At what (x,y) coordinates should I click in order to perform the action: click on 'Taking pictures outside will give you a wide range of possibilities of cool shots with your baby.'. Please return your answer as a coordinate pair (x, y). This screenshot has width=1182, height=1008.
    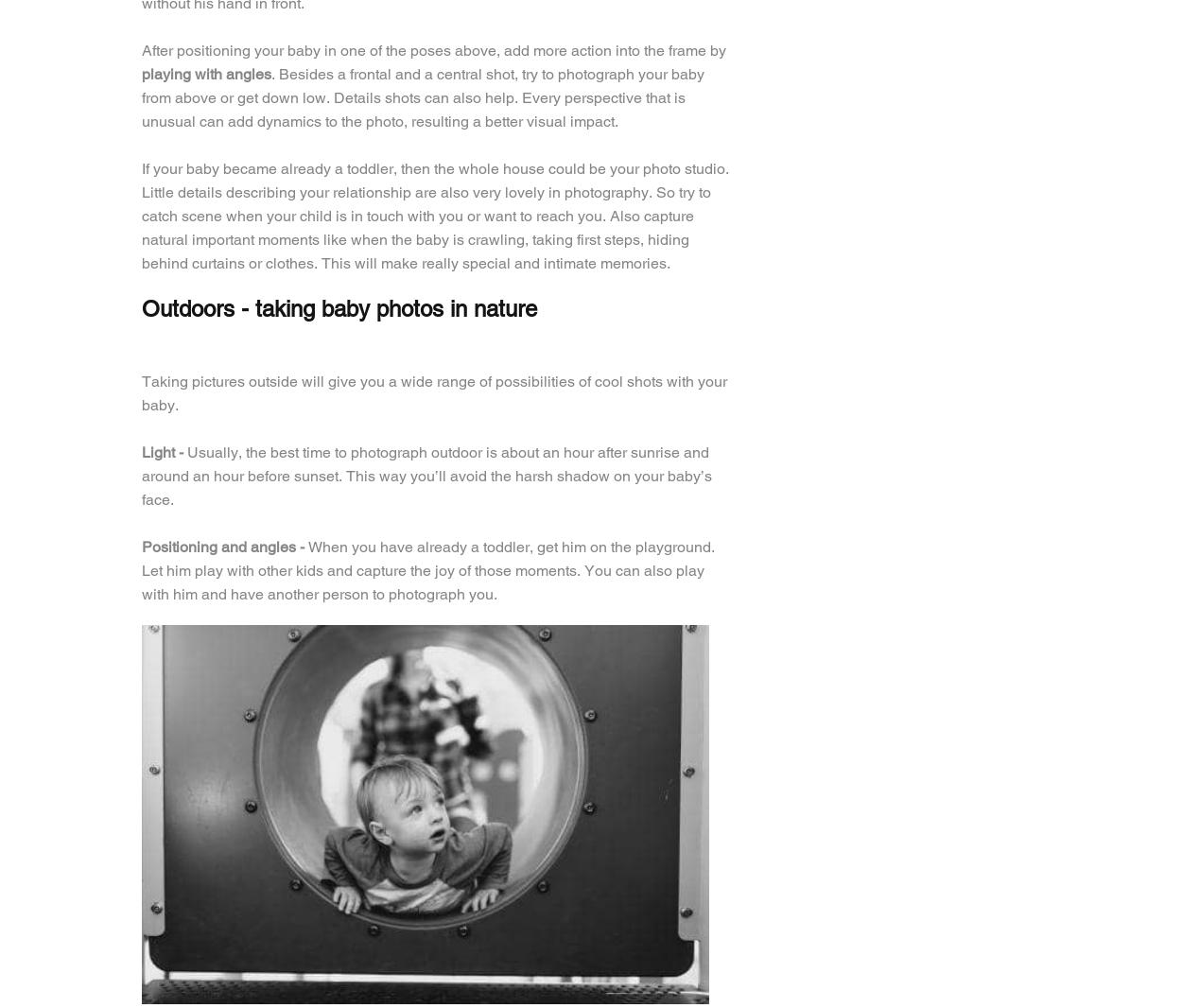
    Looking at the image, I should click on (433, 392).